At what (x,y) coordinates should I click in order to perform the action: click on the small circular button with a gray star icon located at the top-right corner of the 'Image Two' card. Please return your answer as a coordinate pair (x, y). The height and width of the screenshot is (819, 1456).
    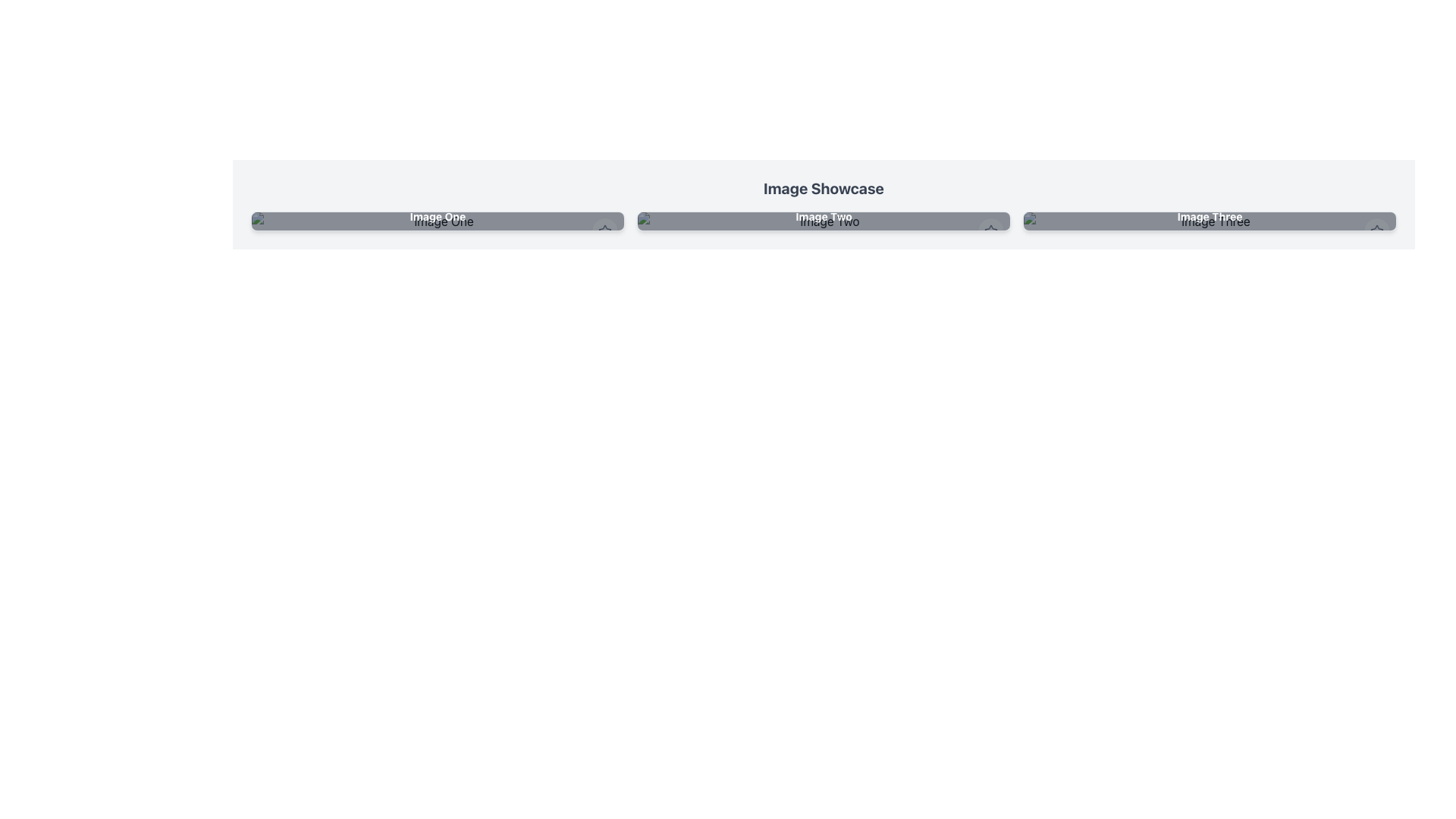
    Looking at the image, I should click on (990, 231).